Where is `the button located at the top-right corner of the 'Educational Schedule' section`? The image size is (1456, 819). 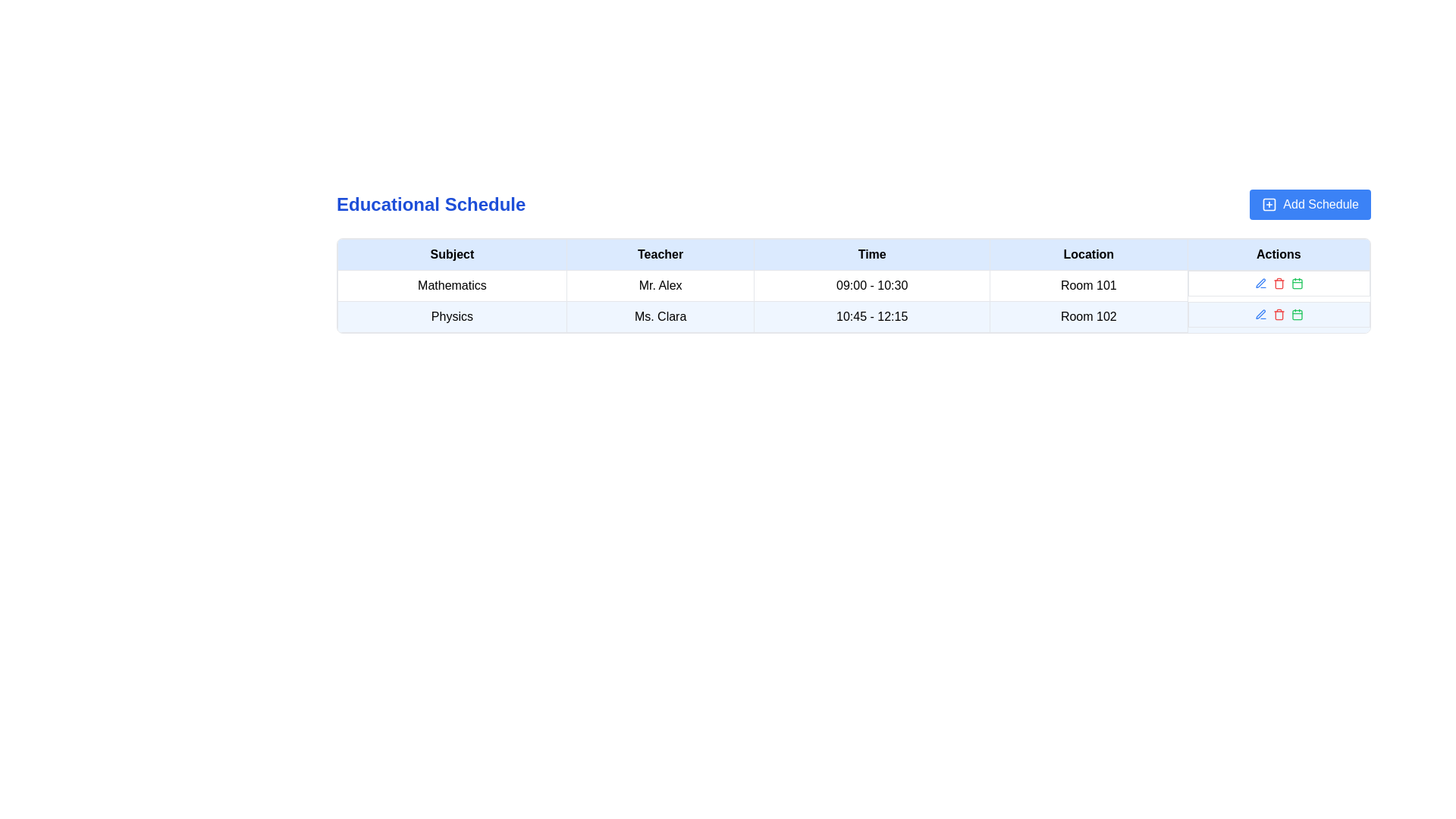
the button located at the top-right corner of the 'Educational Schedule' section is located at coordinates (1310, 205).